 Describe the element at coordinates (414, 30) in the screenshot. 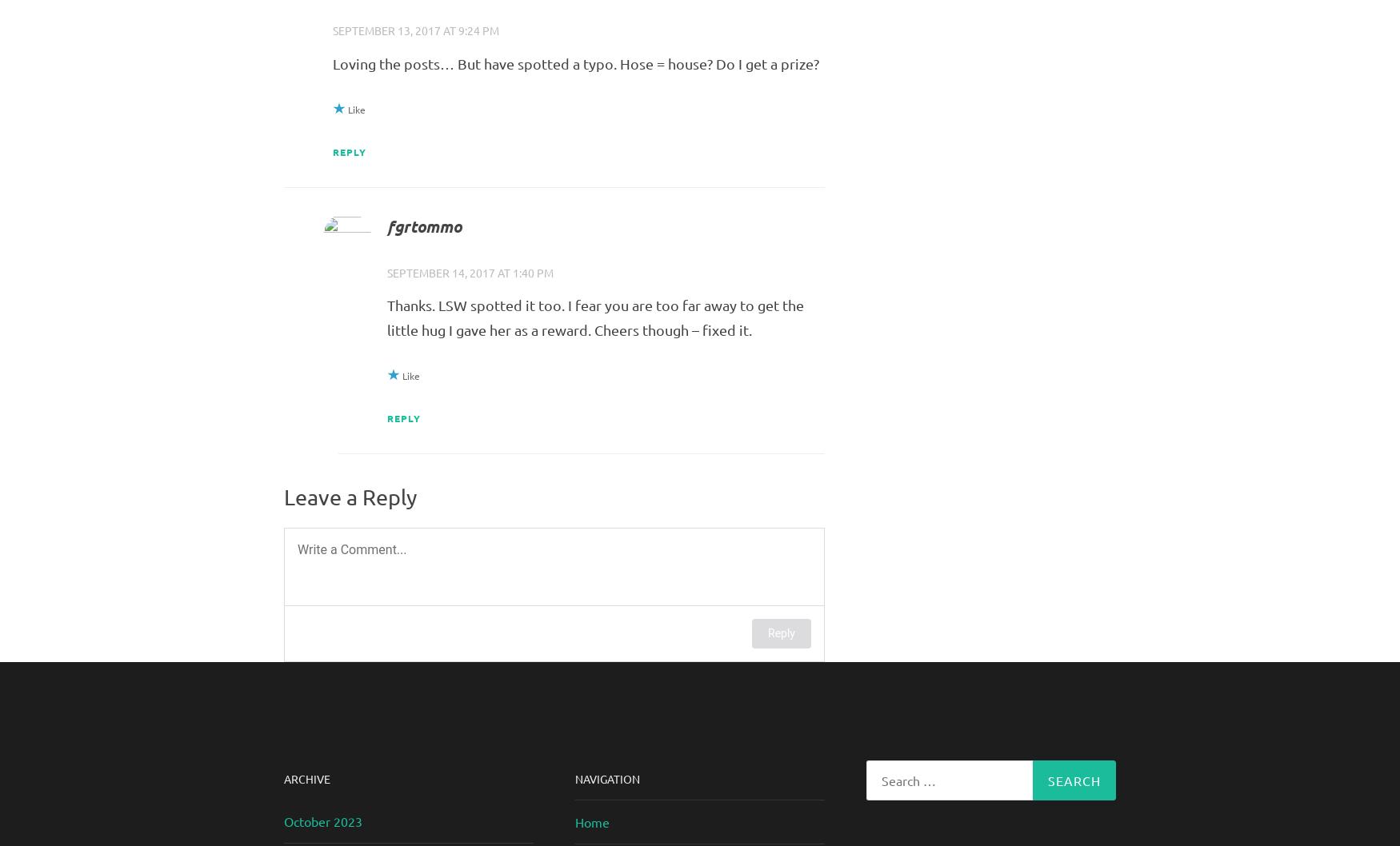

I see `'September 13, 2017 at 9:24 pm'` at that location.